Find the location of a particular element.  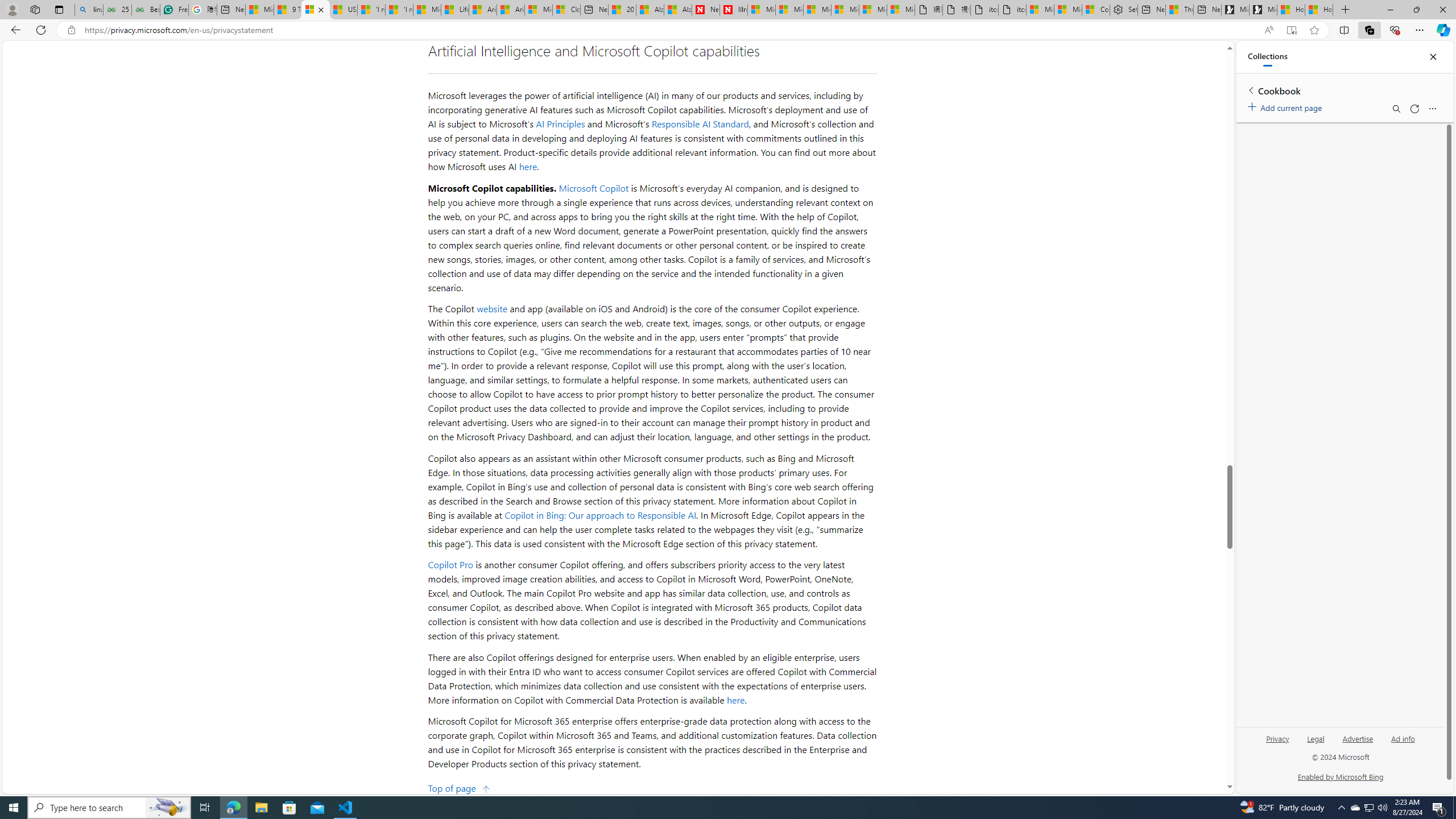

'Responsible AI Standard' is located at coordinates (700, 124).